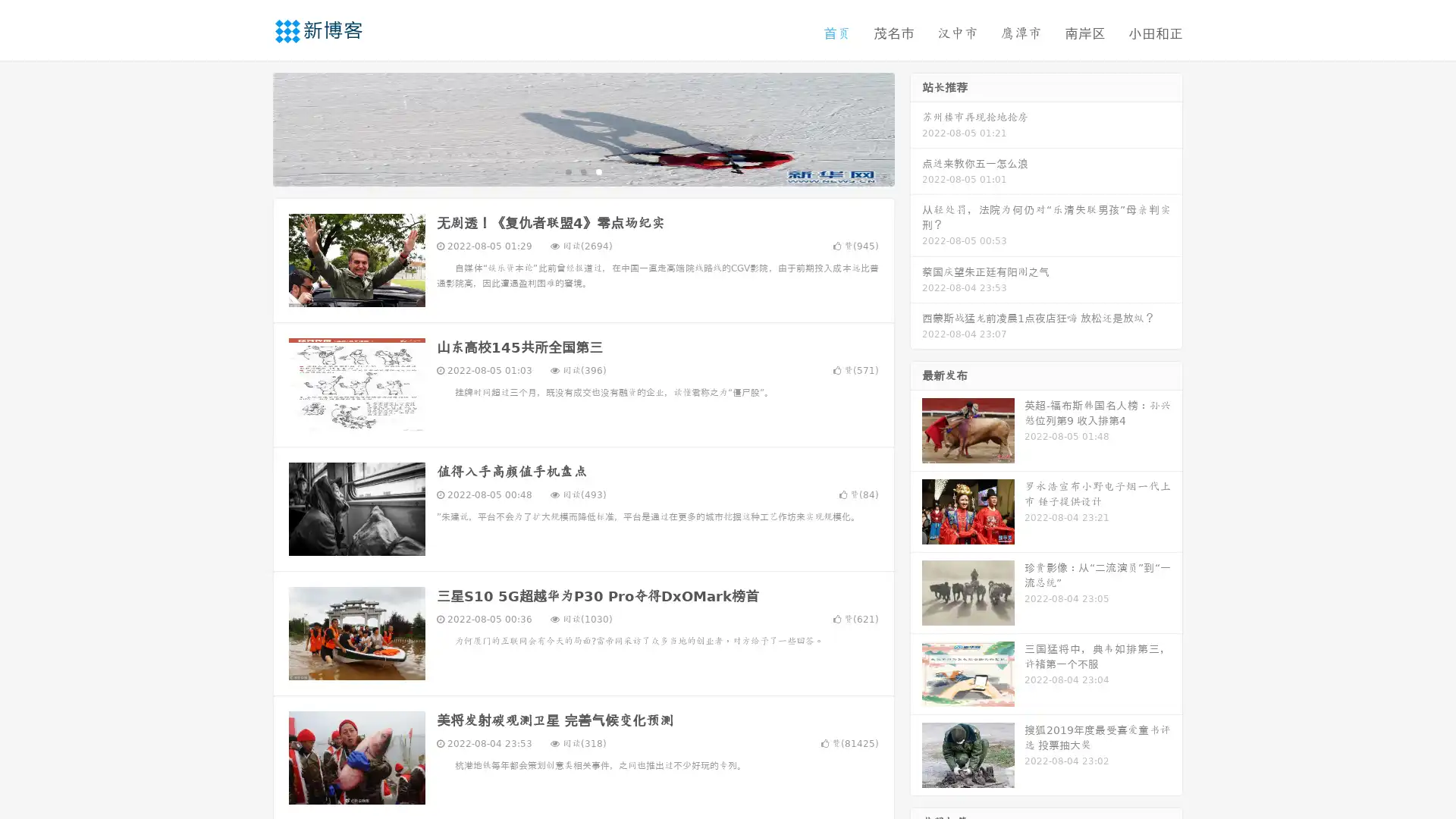  What do you see at coordinates (598, 171) in the screenshot?
I see `Go to slide 3` at bounding box center [598, 171].